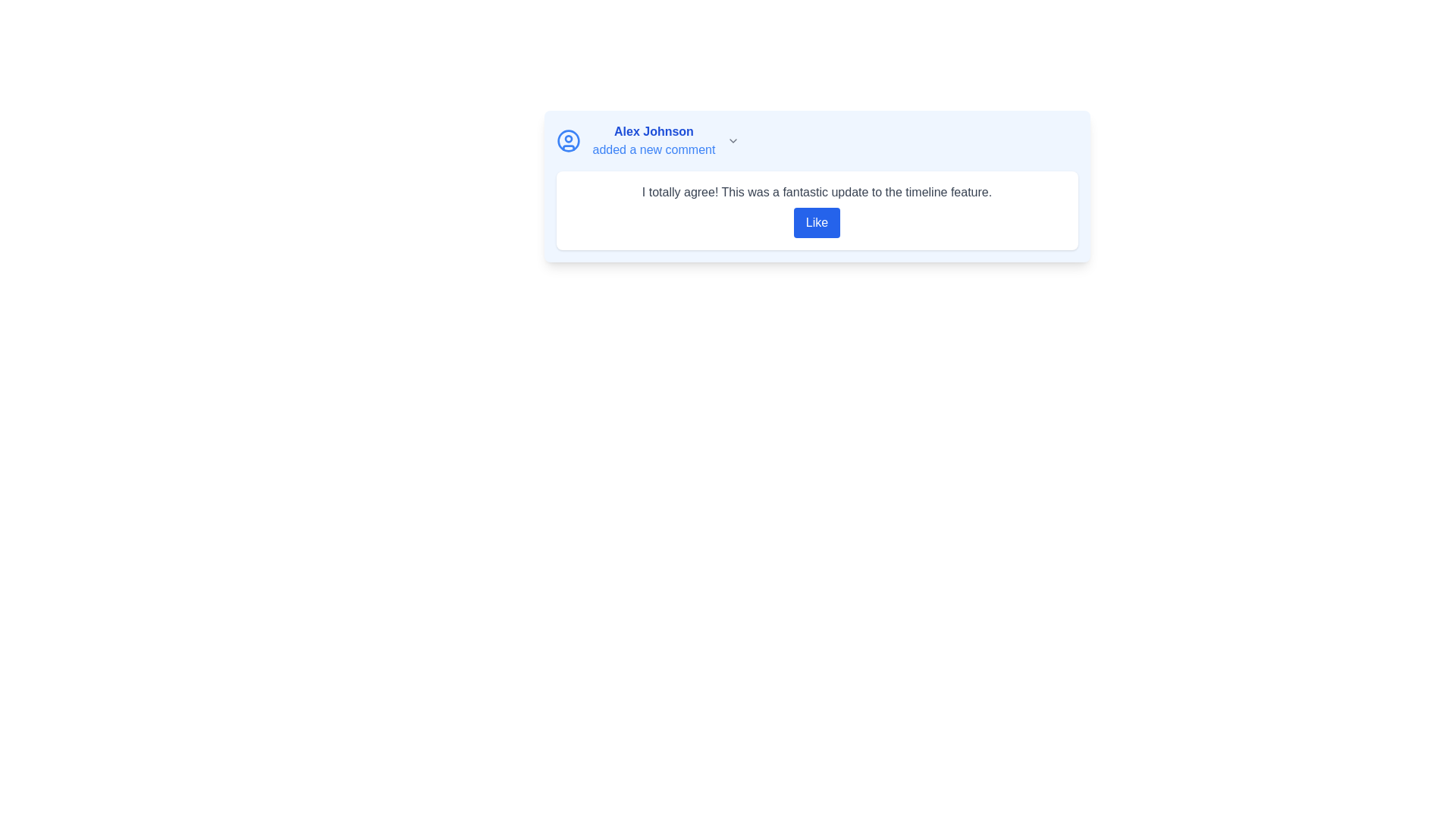  What do you see at coordinates (654, 130) in the screenshot?
I see `the Text Label displaying 'Alex Johnson', which is in bold blue font and located at the top-left corner of the comment block` at bounding box center [654, 130].